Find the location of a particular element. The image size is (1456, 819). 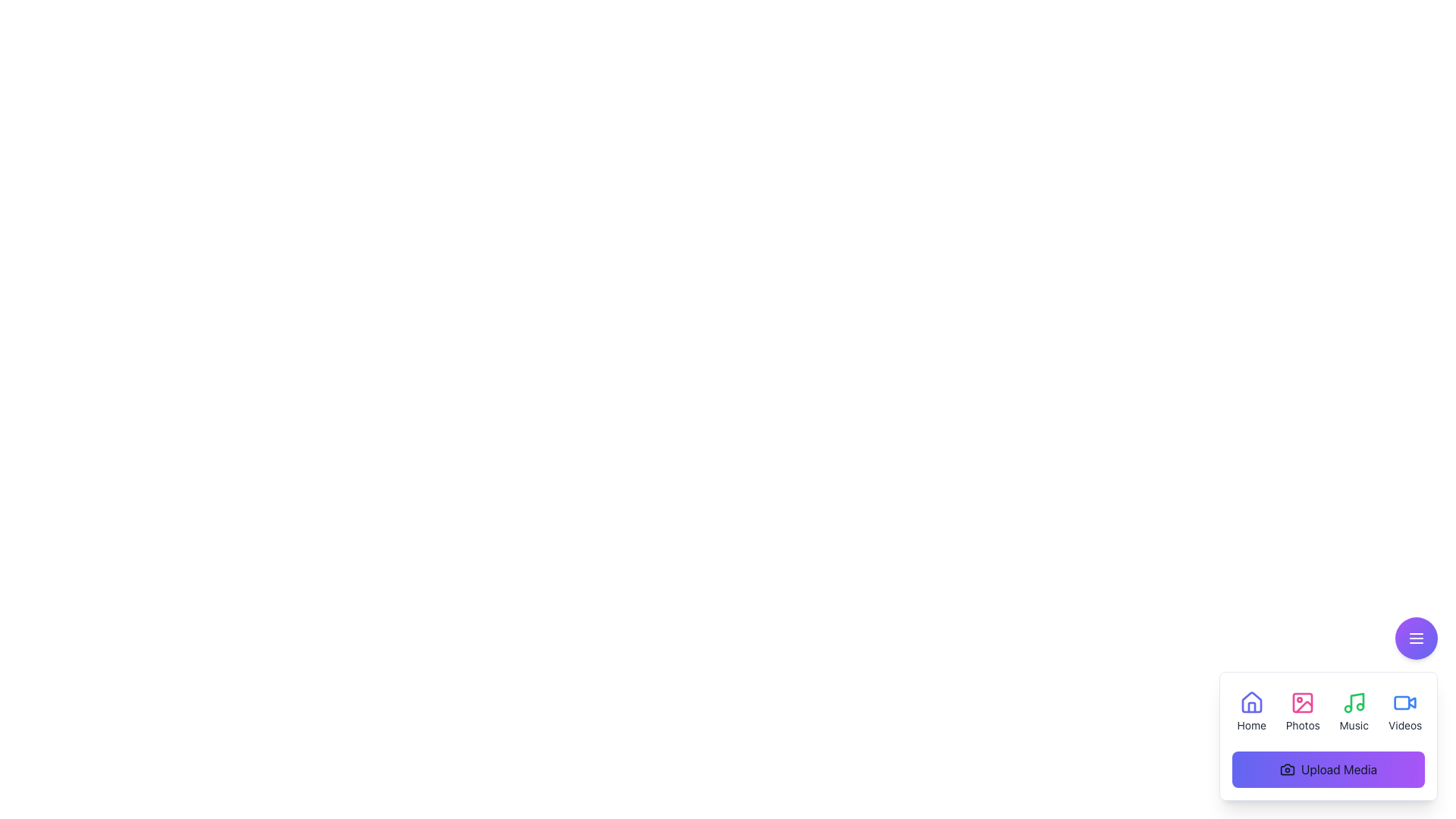

the button located at the bottom right of the interface, which is the fourth item in the grid layout after 'Home', 'Photos', and 'Music' is located at coordinates (1404, 711).